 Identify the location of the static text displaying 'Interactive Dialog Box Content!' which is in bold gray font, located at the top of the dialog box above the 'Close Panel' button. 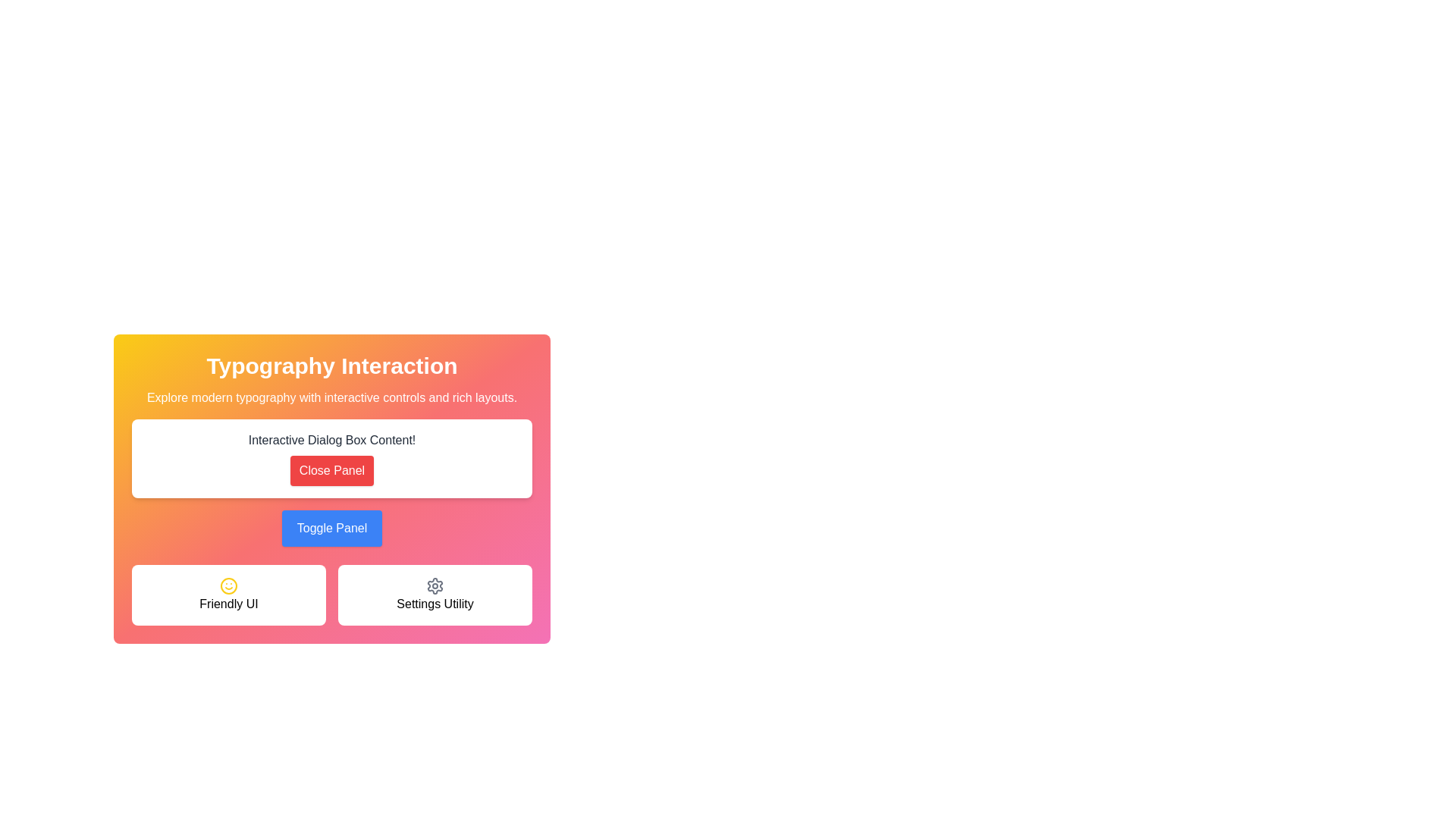
(331, 441).